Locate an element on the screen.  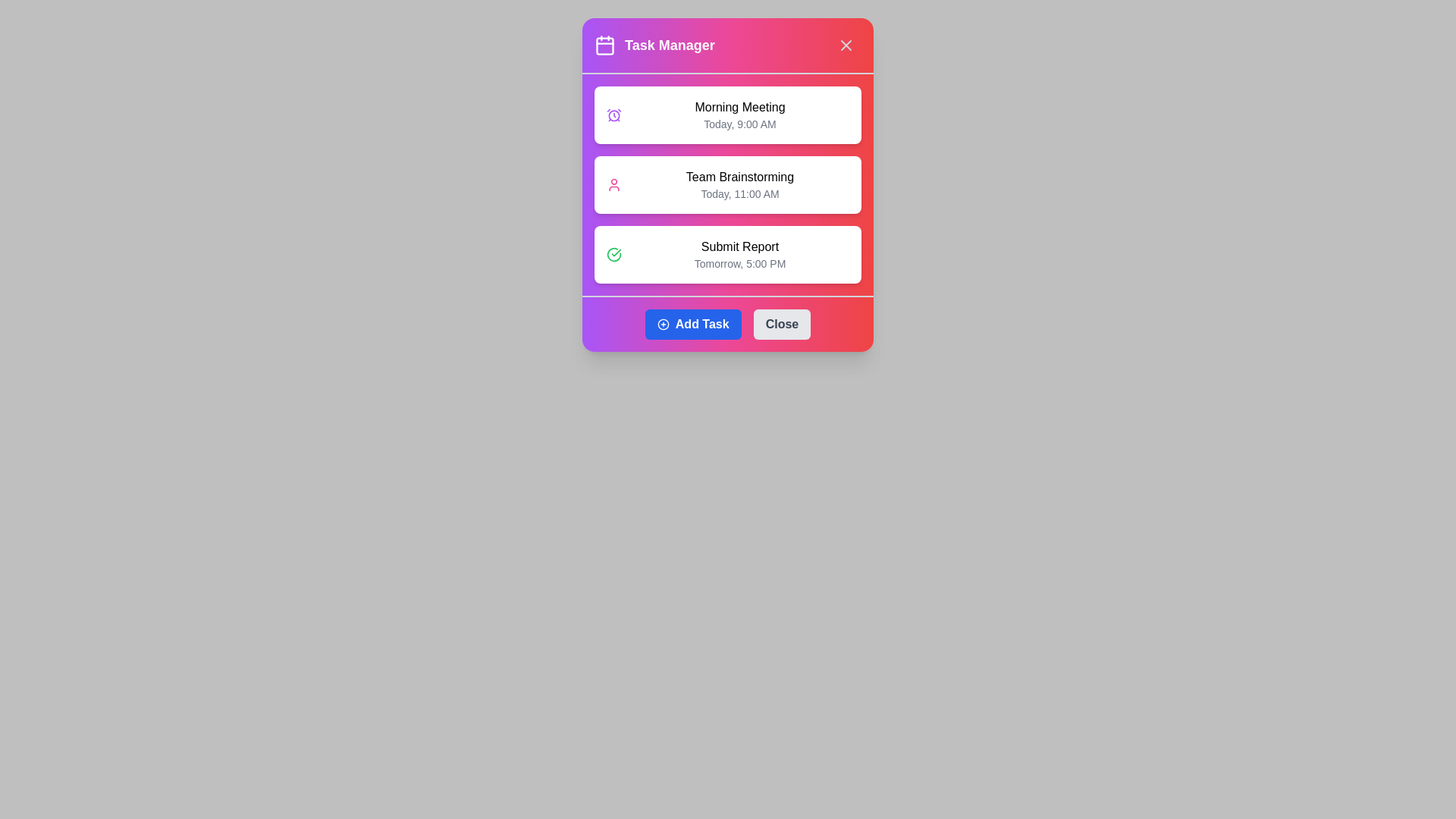
the 'Add Task' button, which is styled with rounded corners and has white text on a blue background, located in the bottom section of a modal dialog is located at coordinates (701, 324).